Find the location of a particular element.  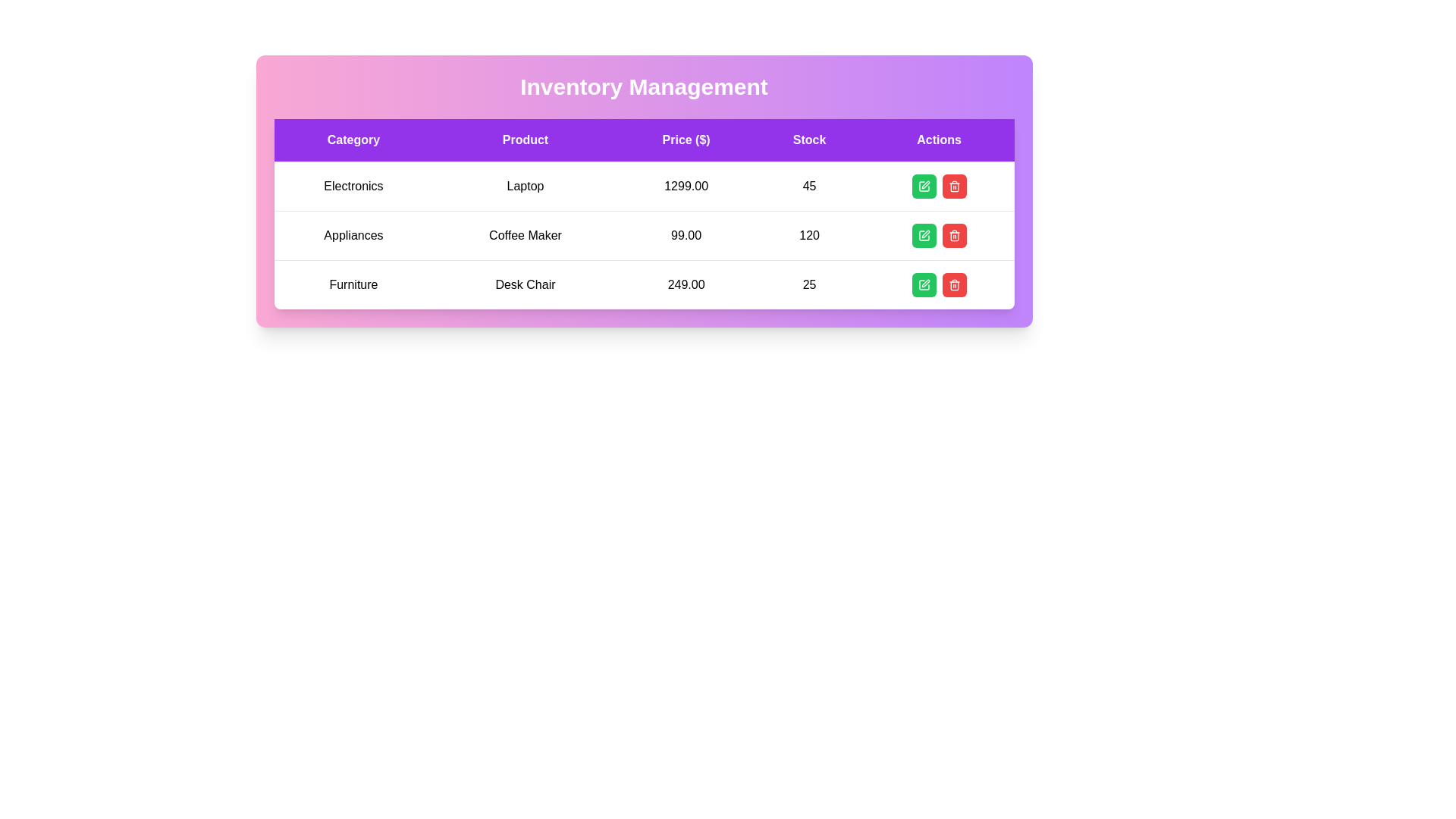

text label displaying 'Furniture' located in the leftmost column of the third row of the table is located at coordinates (353, 284).